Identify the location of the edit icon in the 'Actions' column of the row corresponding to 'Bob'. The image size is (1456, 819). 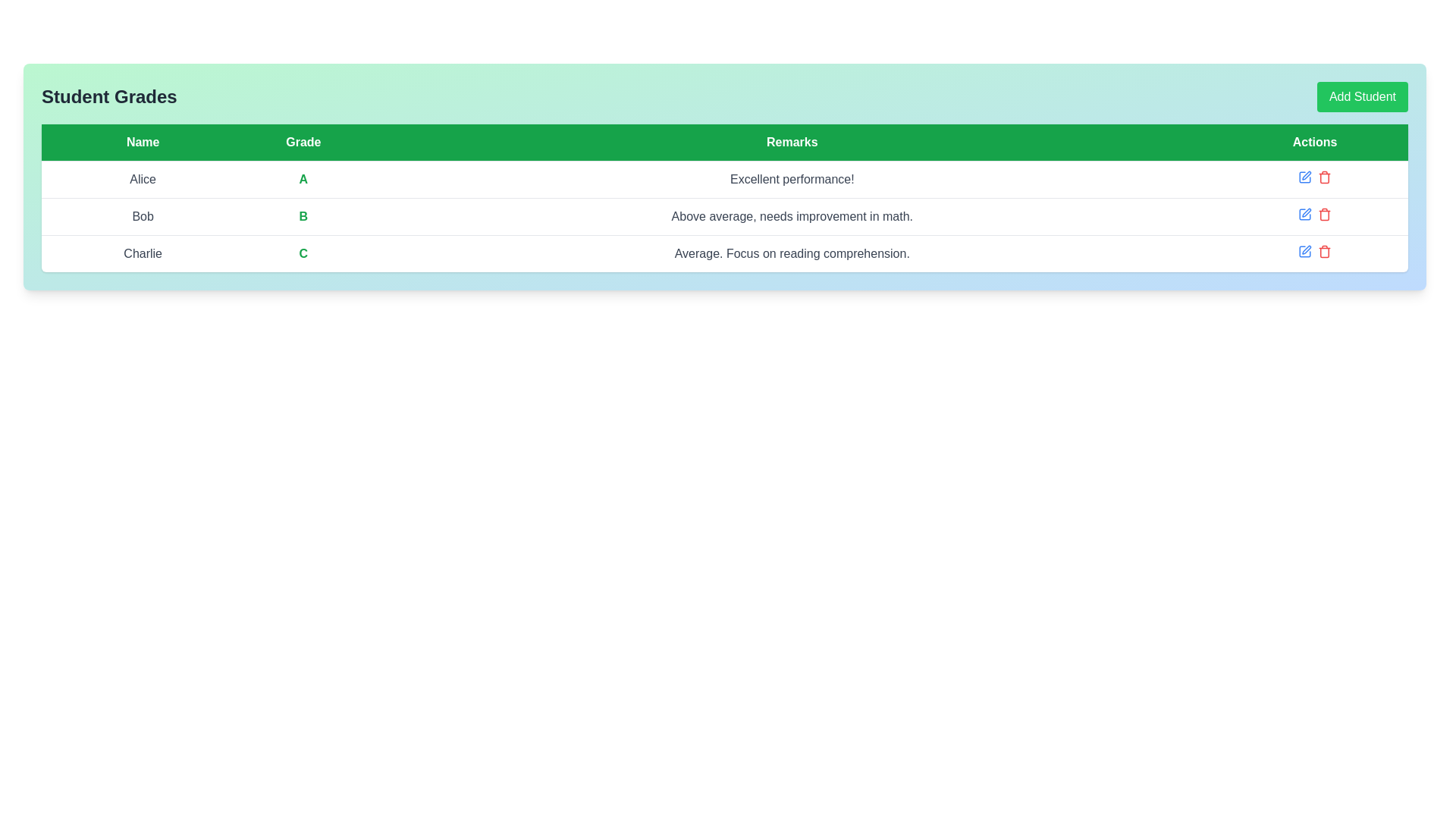
(1313, 214).